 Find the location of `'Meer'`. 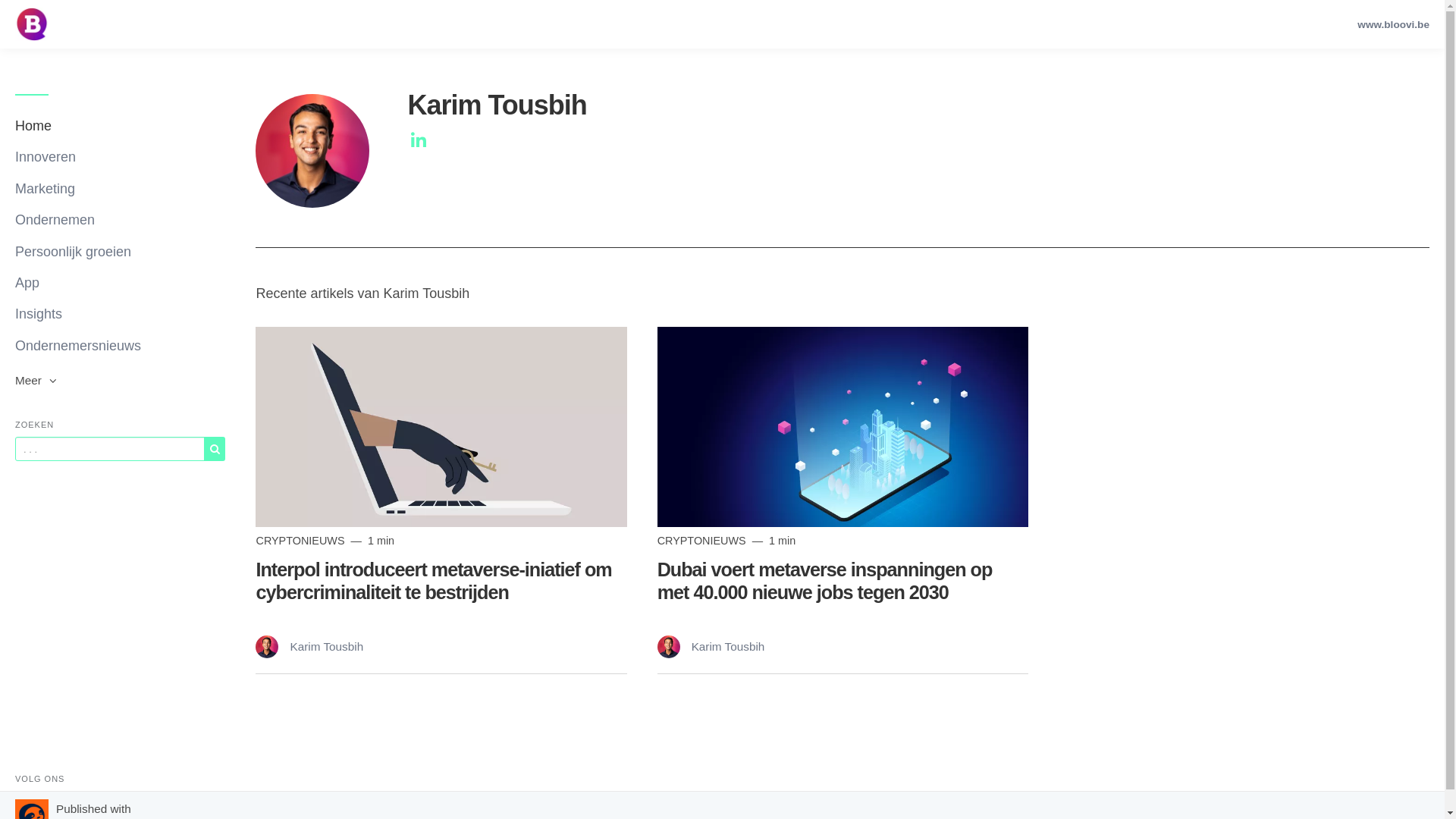

'Meer' is located at coordinates (14, 379).